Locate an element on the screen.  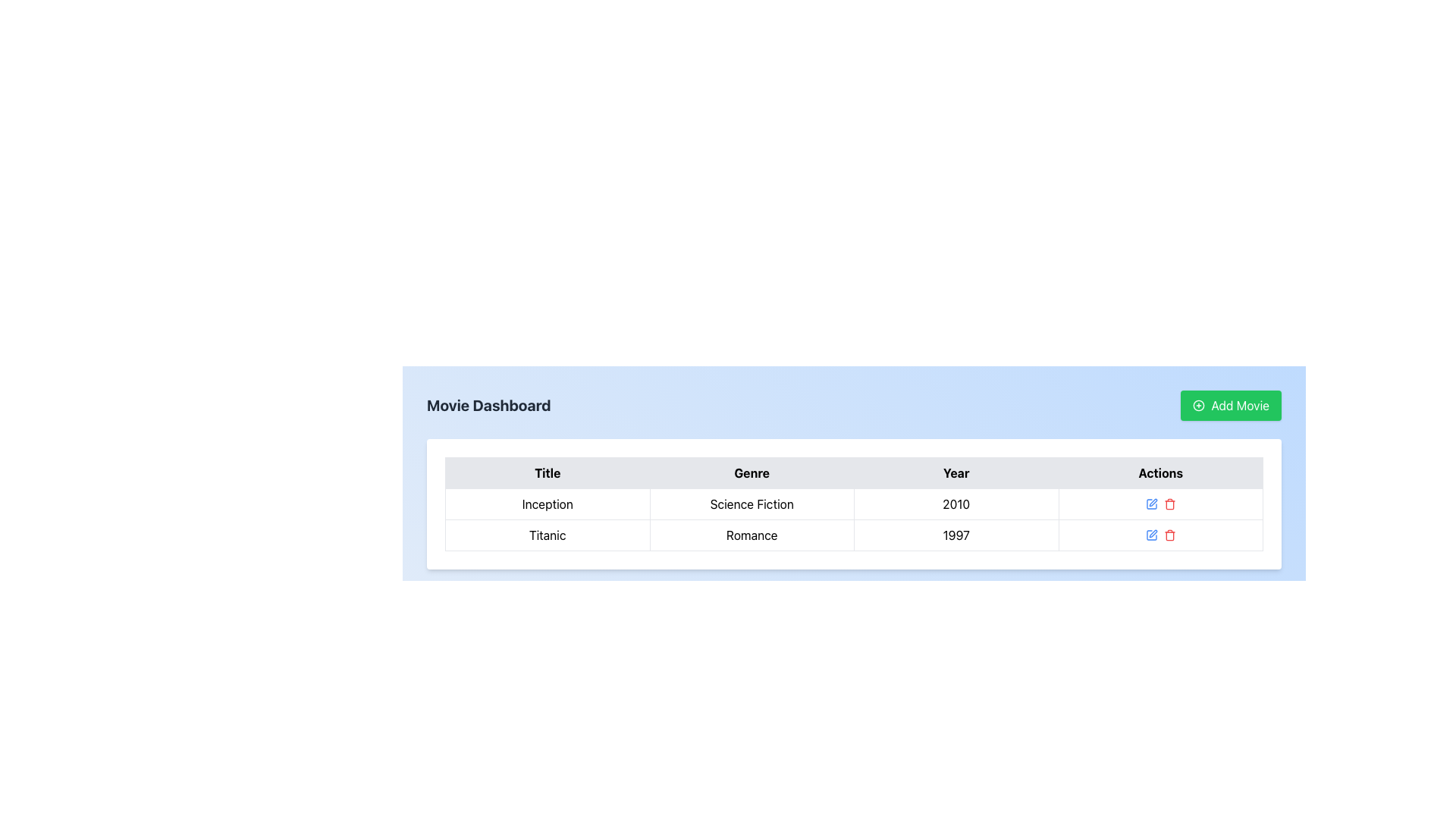
the table cell that serves as the title of a movie, located in the first cell of the second row under the 'Title' column is located at coordinates (546, 534).